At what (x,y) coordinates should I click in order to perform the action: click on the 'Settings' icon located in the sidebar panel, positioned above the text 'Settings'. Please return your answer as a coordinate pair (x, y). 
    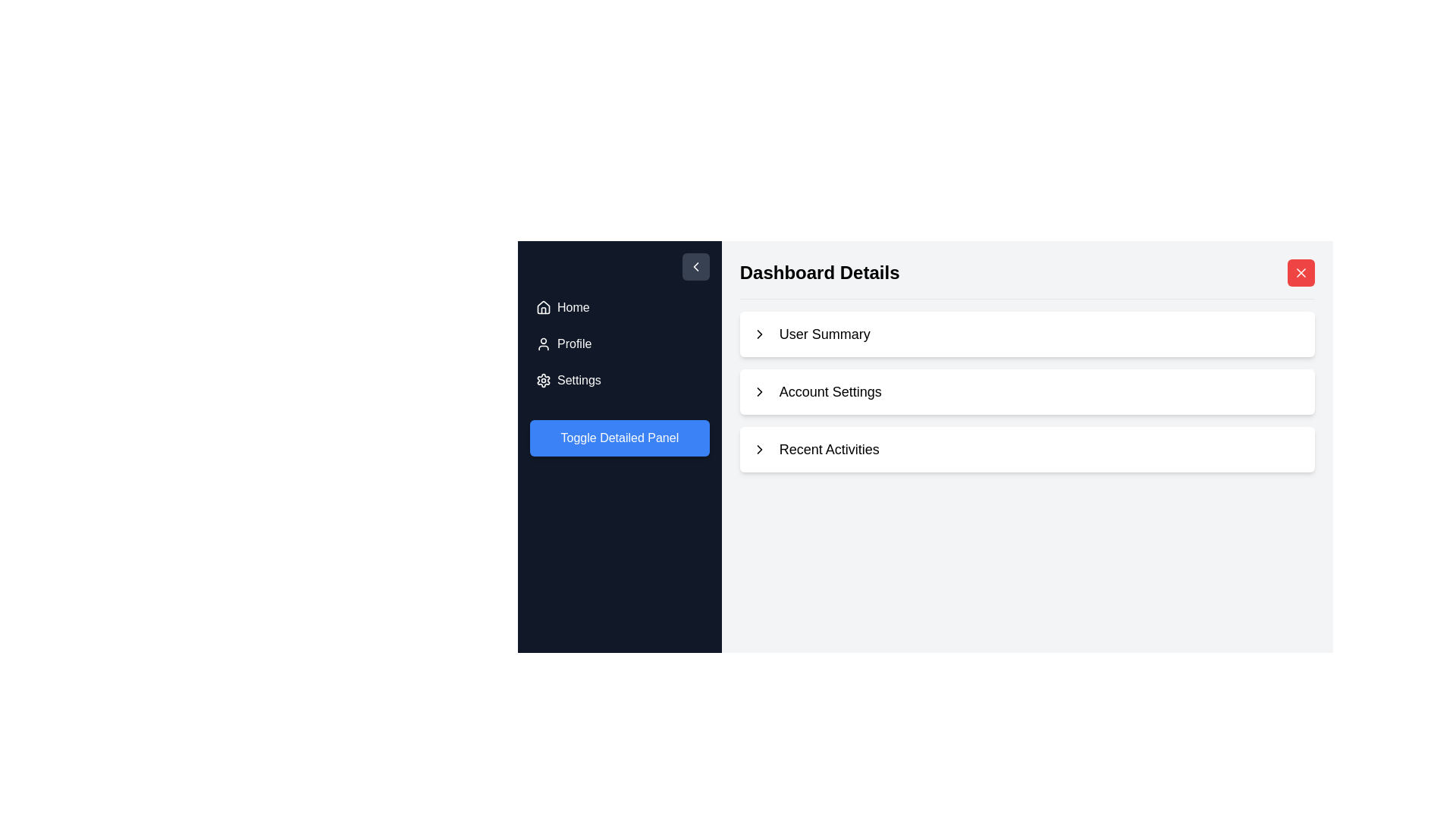
    Looking at the image, I should click on (543, 379).